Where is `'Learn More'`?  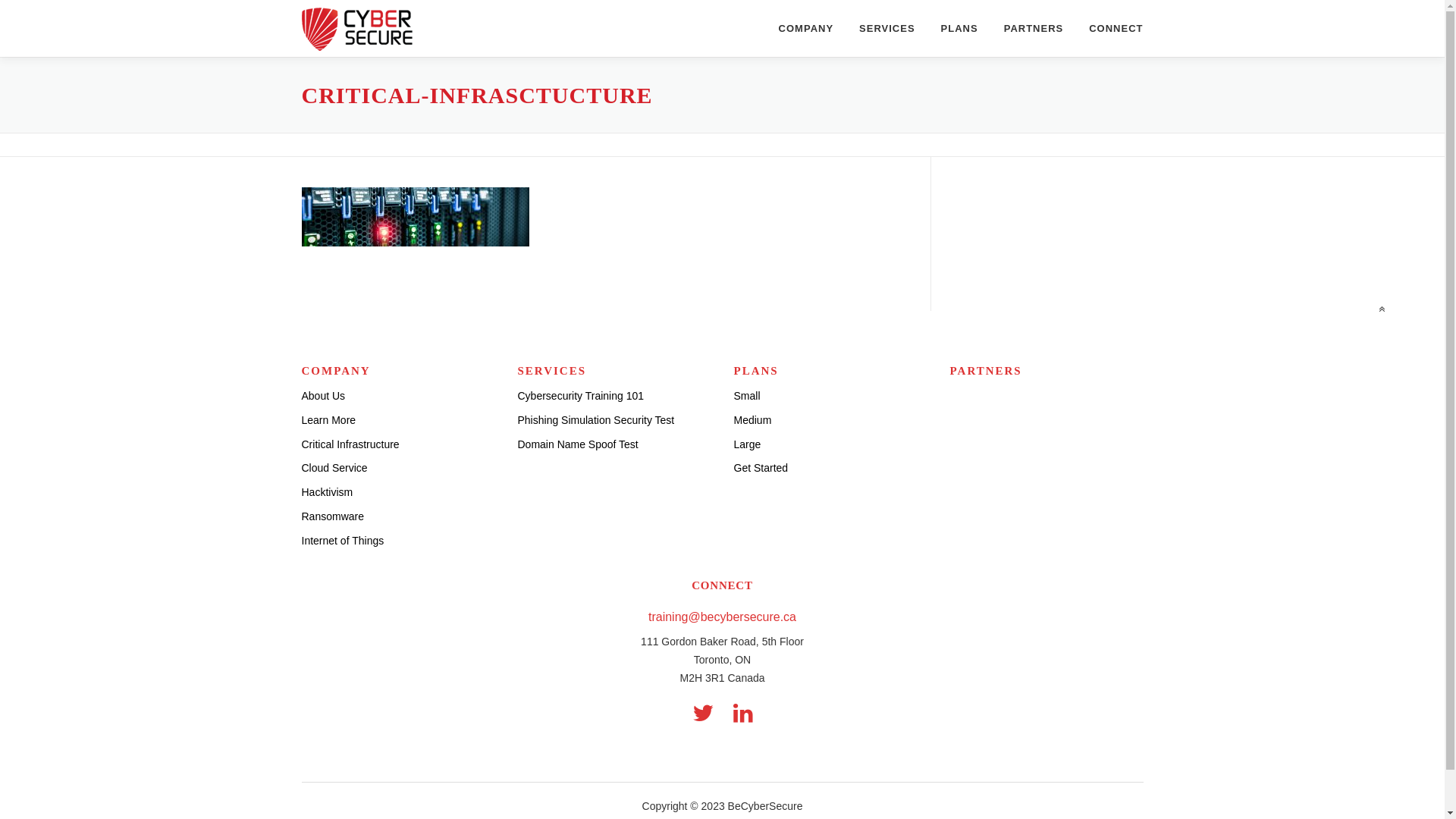
'Learn More' is located at coordinates (302, 420).